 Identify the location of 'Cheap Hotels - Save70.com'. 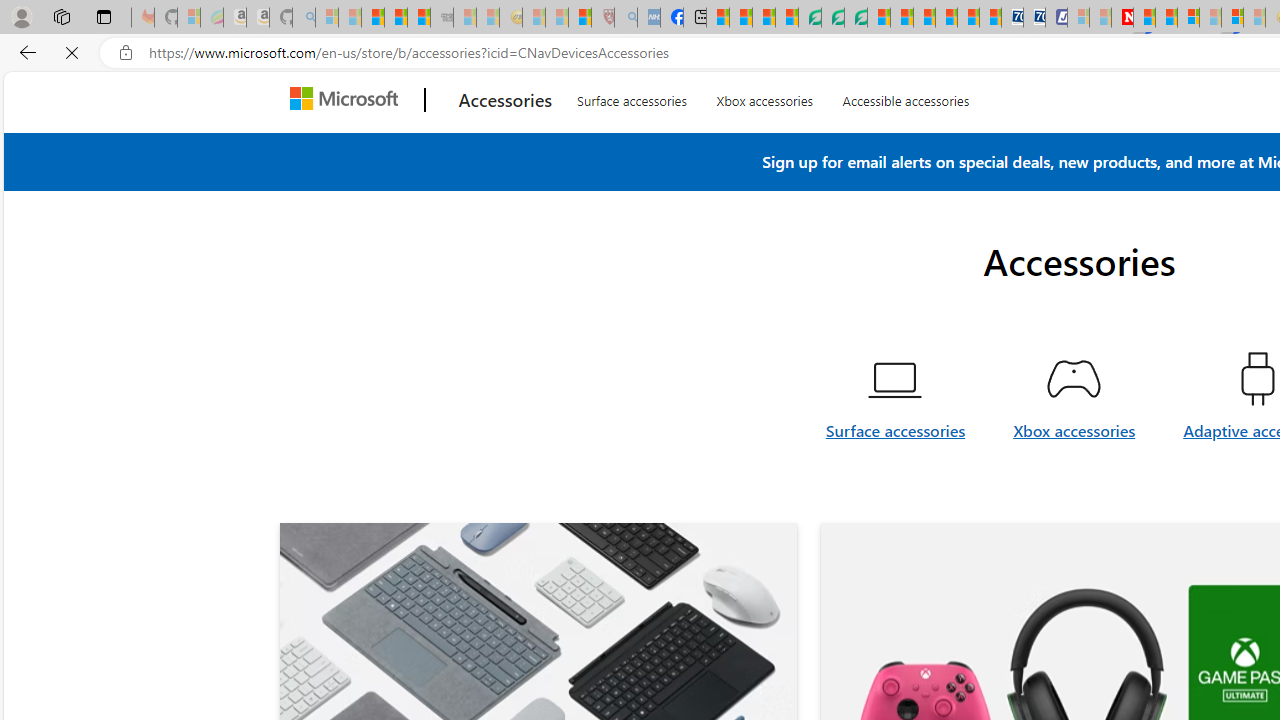
(1034, 17).